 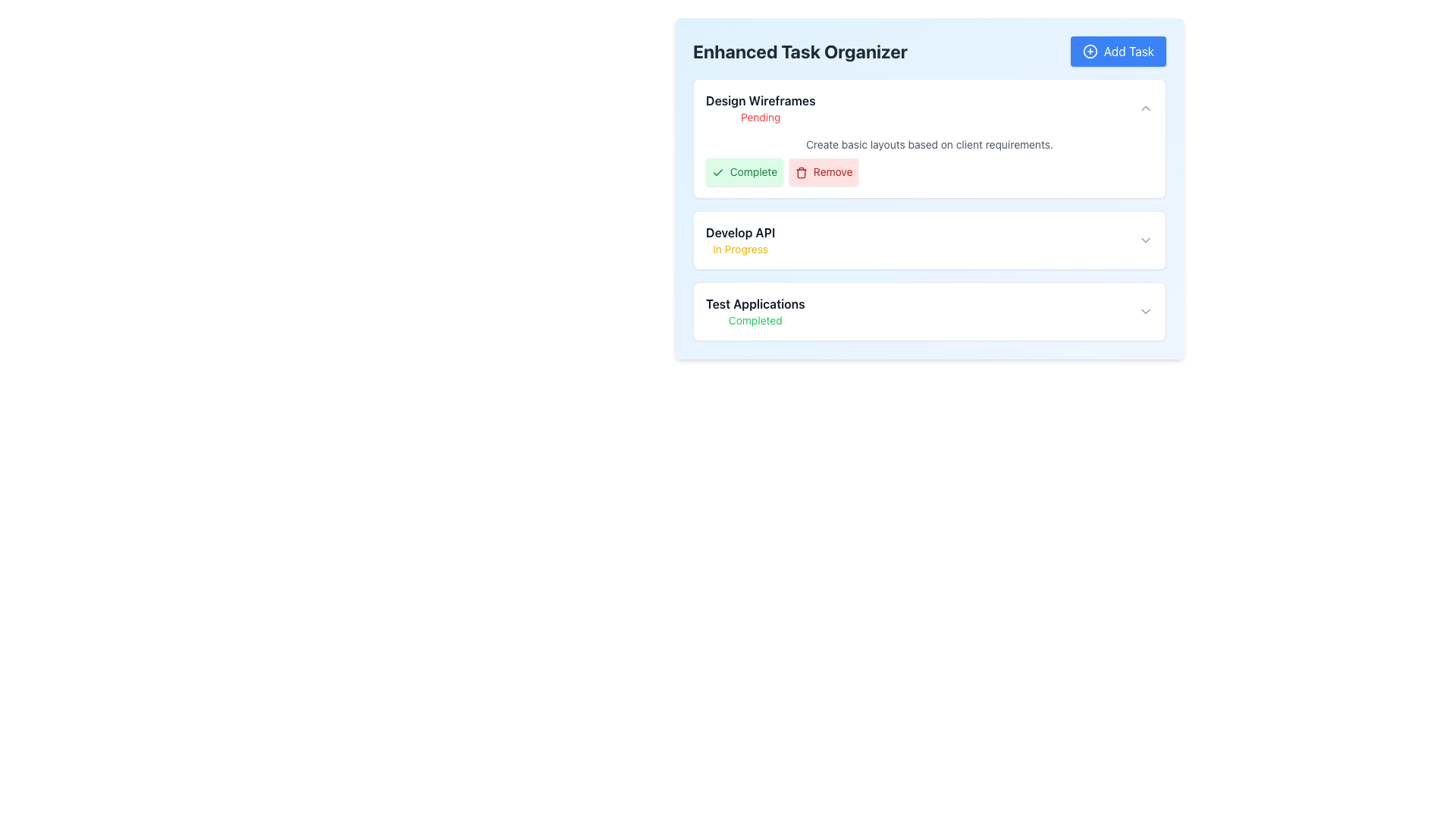 What do you see at coordinates (928, 145) in the screenshot?
I see `the Text Label that provides context for the task 'Design Wireframes', positioned beneath the title and above the 'Complete' and 'Remove' buttons` at bounding box center [928, 145].